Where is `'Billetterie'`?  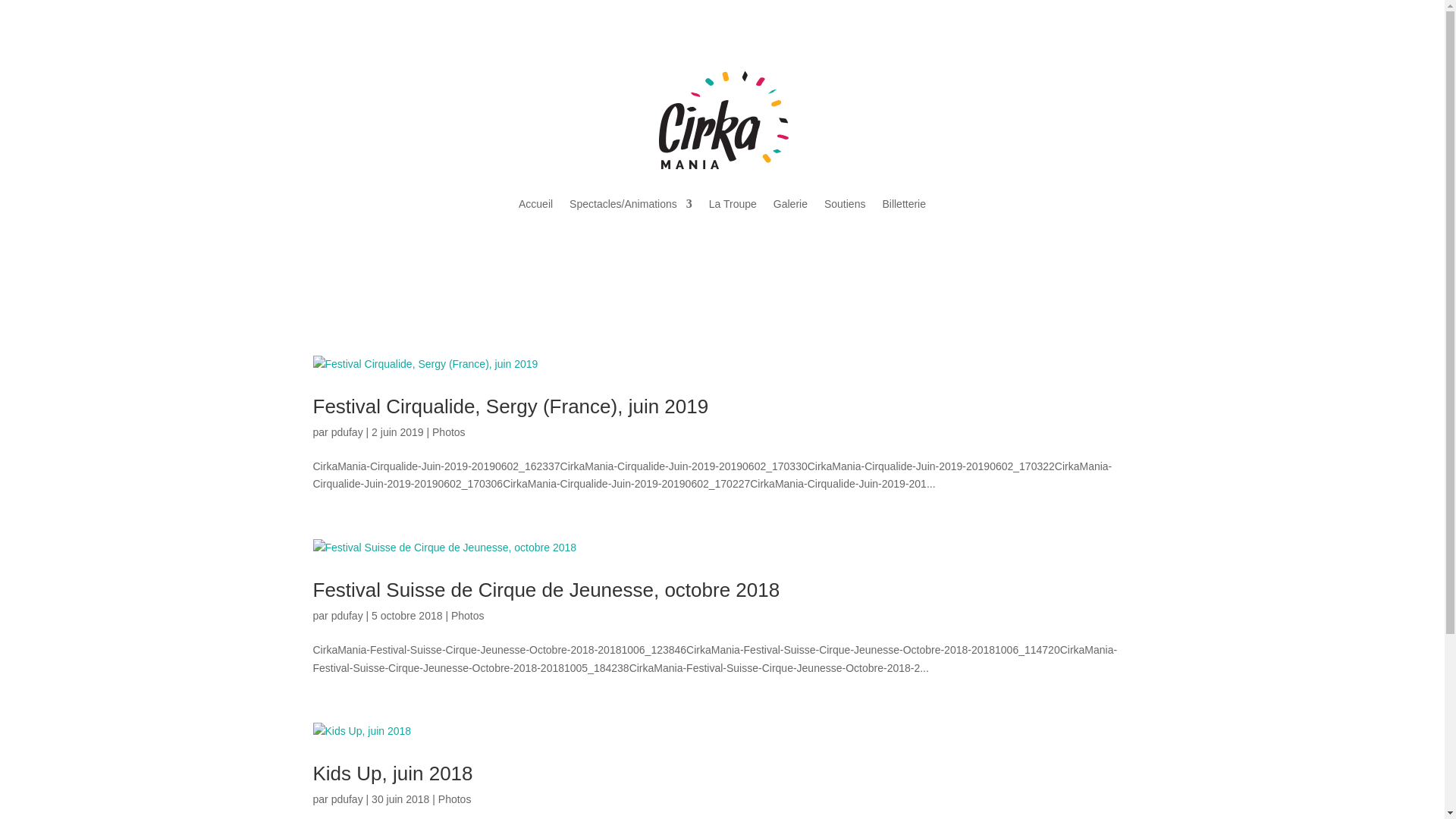
'Billetterie' is located at coordinates (903, 203).